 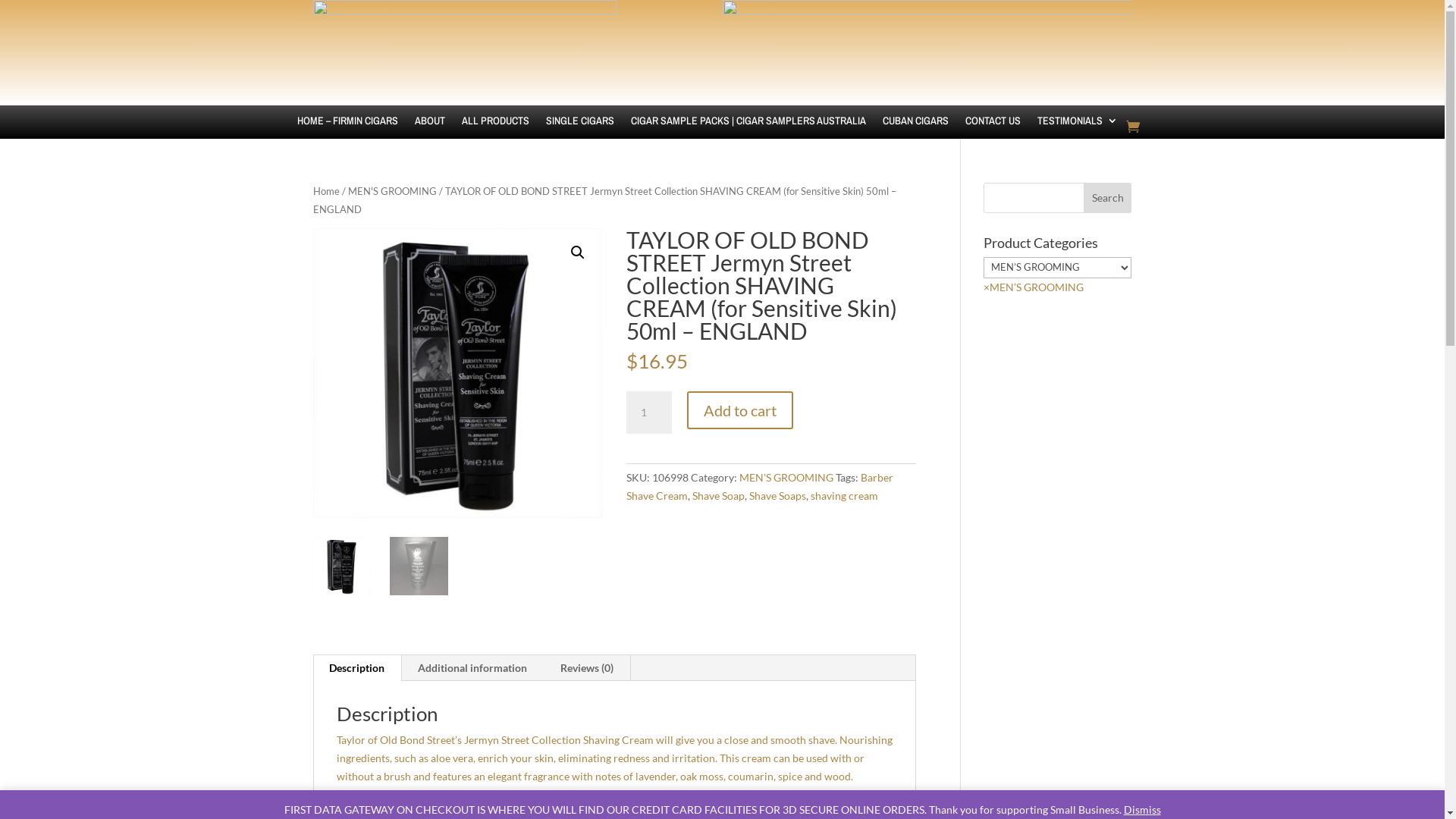 What do you see at coordinates (786, 476) in the screenshot?
I see `'MEN'S GROOMING'` at bounding box center [786, 476].